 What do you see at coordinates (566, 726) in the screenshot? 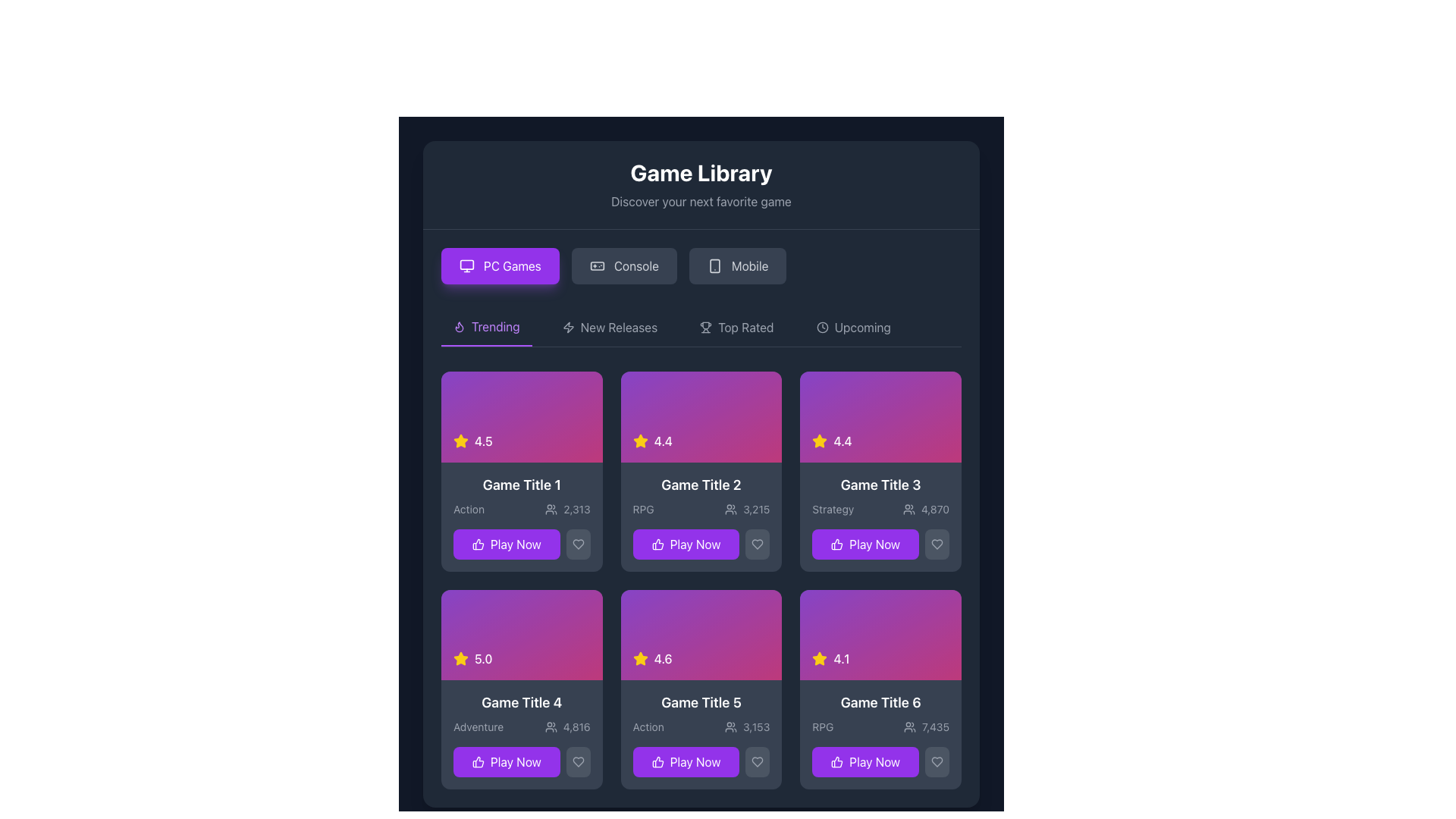
I see `the Text Label displaying the number of users for the game, which shows '4,816', located at the bottom part of the fourth card in the grid layout` at bounding box center [566, 726].